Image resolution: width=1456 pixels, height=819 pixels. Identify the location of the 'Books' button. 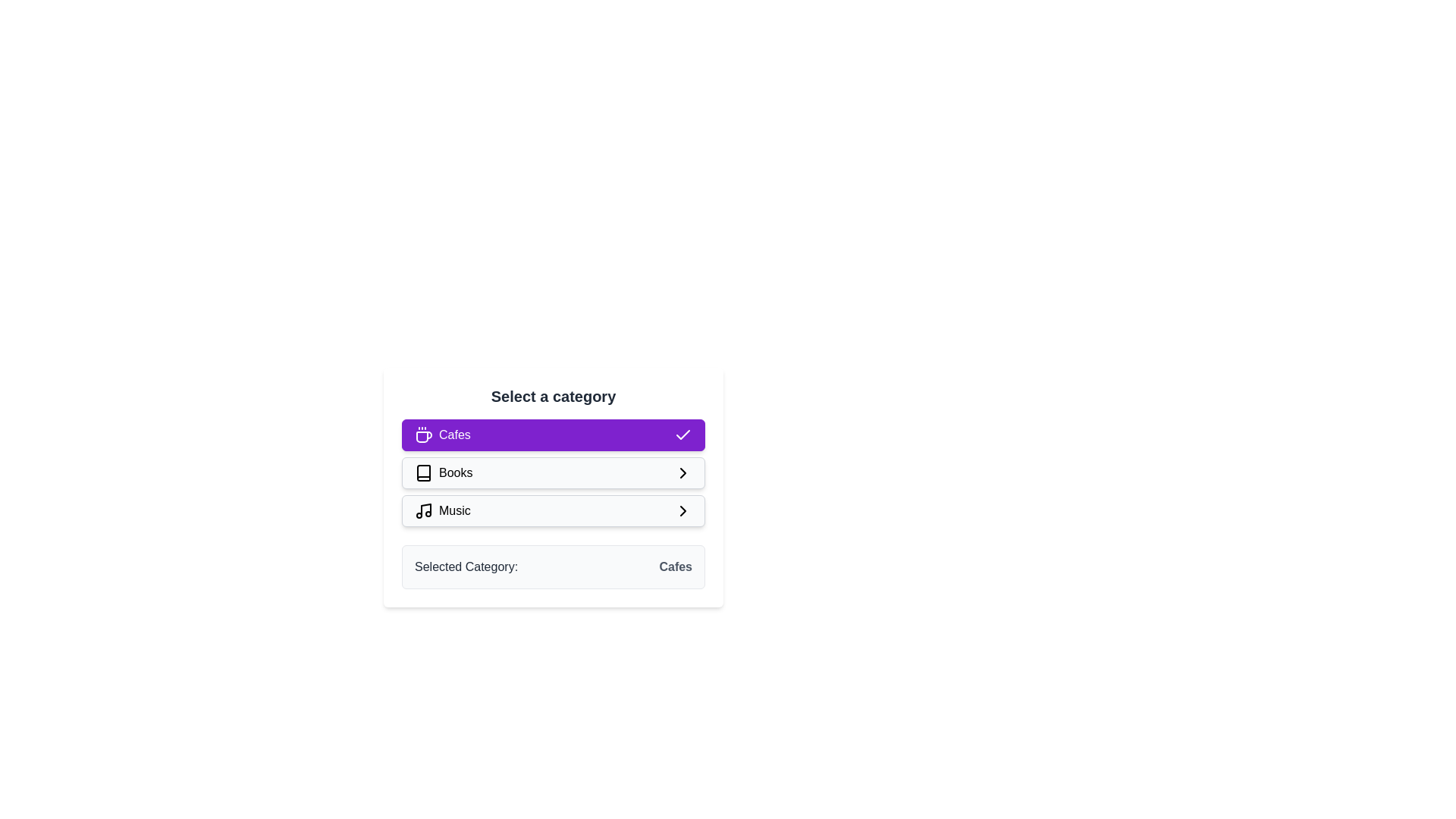
(552, 472).